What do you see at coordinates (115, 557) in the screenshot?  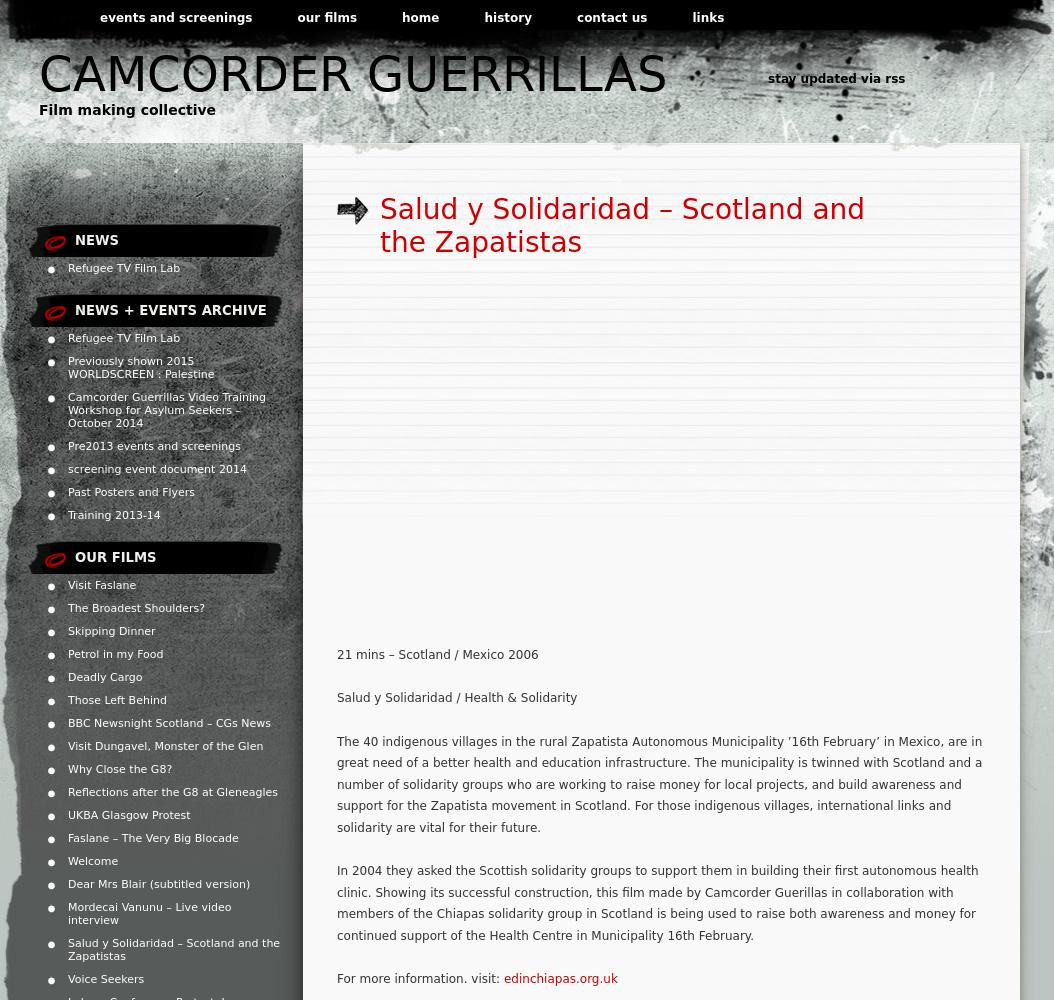 I see `'Our Films'` at bounding box center [115, 557].